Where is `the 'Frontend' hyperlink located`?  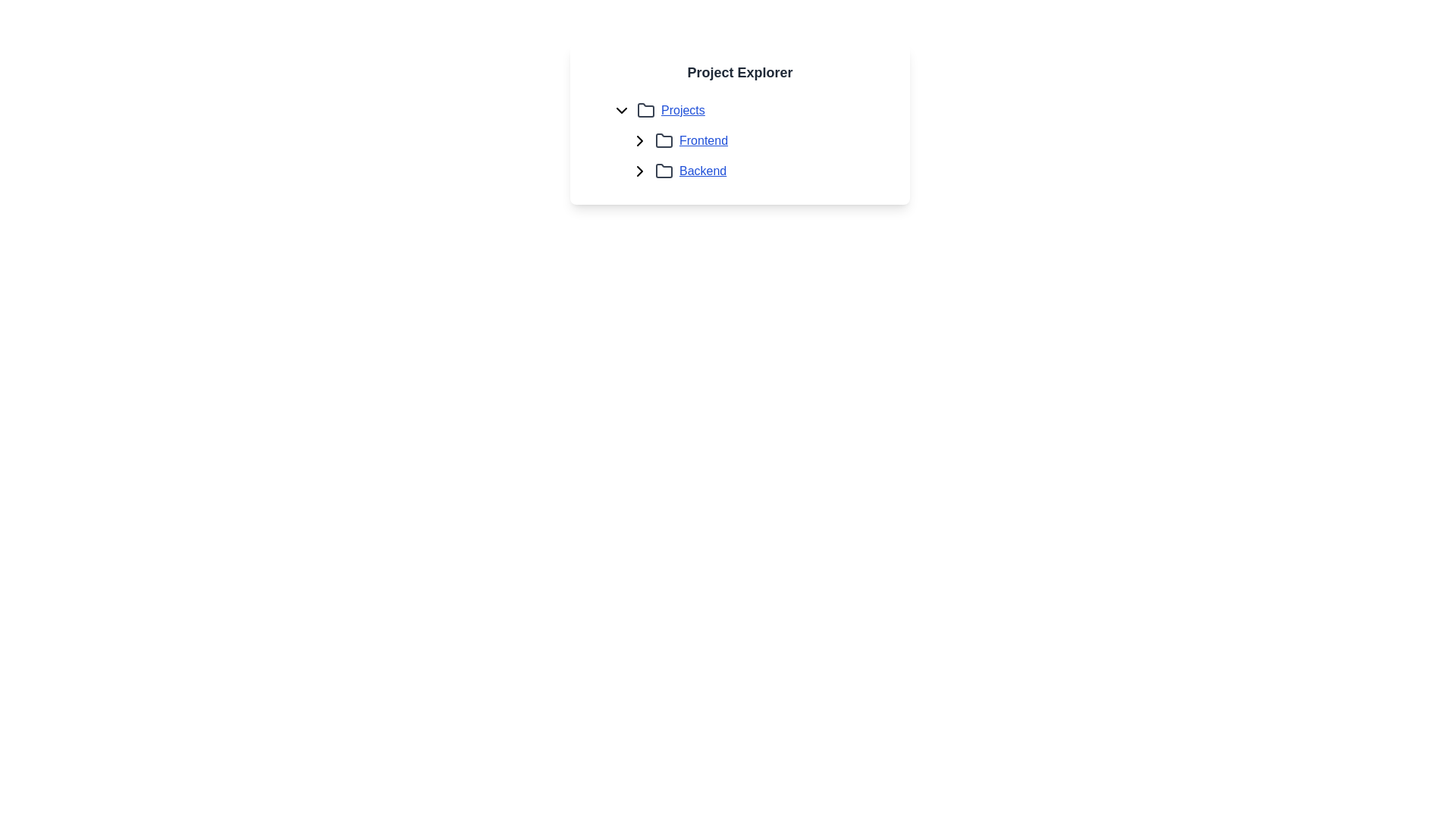
the 'Frontend' hyperlink located is located at coordinates (702, 140).